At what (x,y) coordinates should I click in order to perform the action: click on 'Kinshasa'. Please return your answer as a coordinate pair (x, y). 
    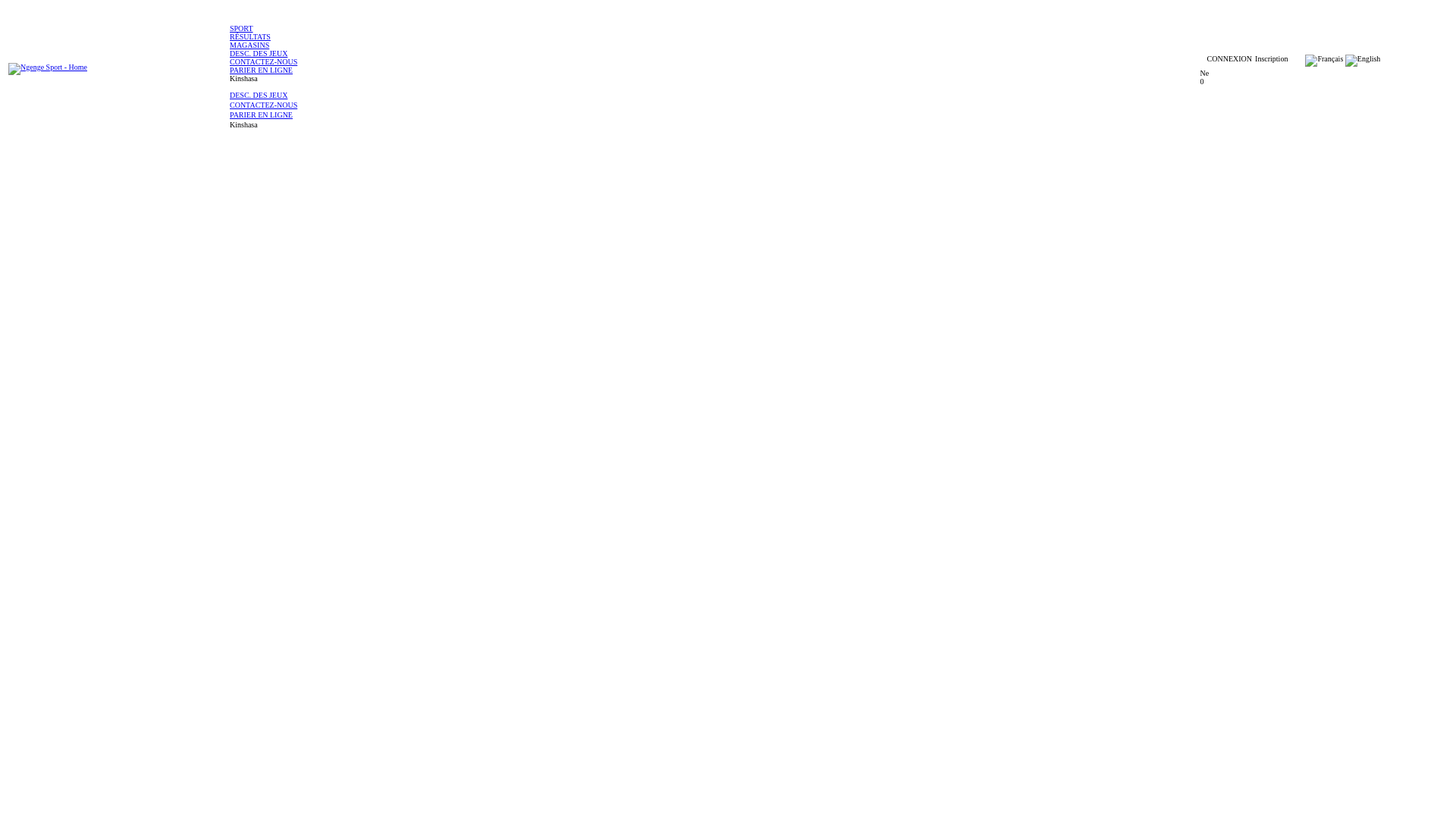
    Looking at the image, I should click on (305, 124).